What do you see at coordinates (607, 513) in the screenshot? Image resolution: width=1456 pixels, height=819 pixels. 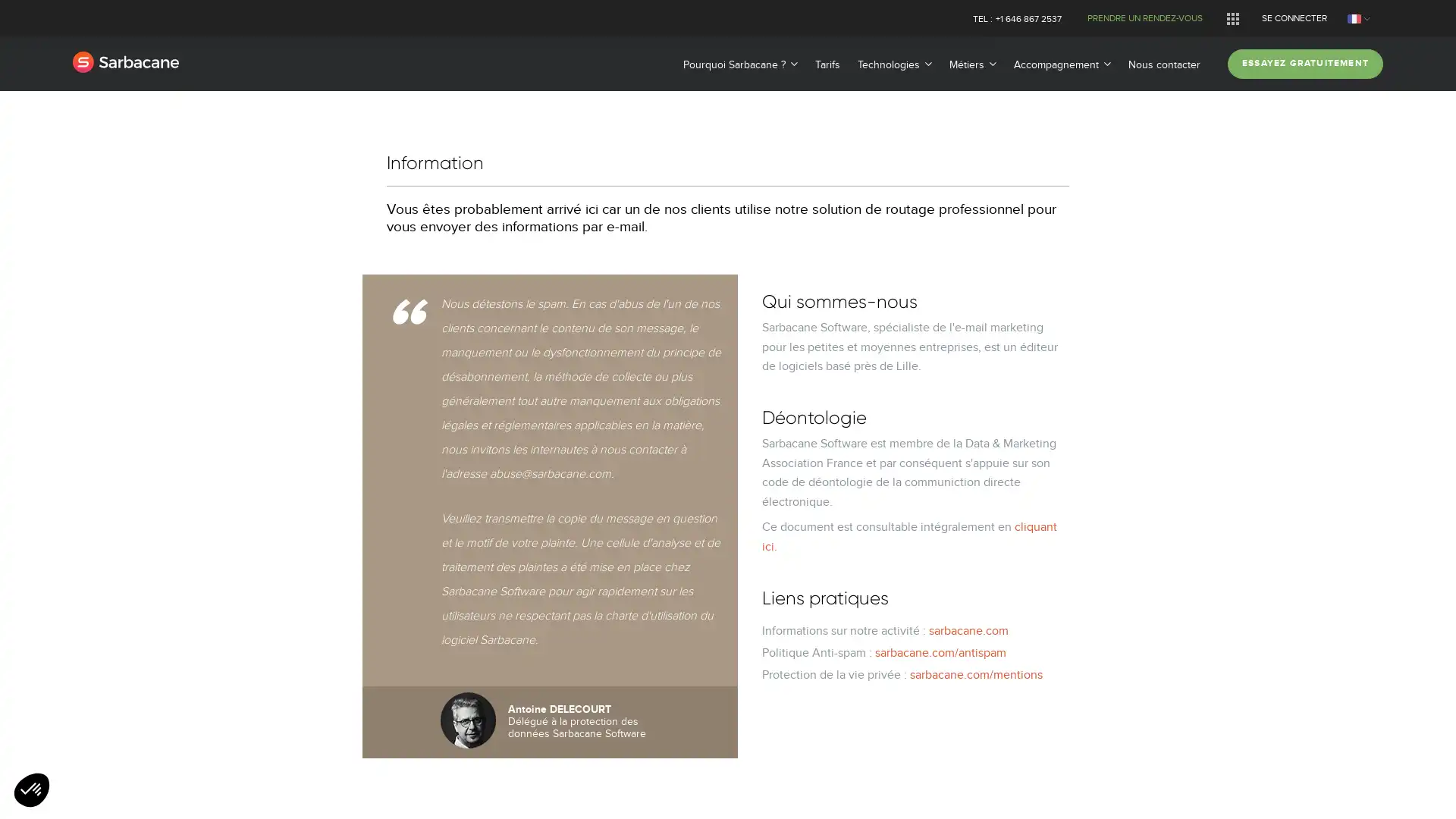 I see `Non merci` at bounding box center [607, 513].